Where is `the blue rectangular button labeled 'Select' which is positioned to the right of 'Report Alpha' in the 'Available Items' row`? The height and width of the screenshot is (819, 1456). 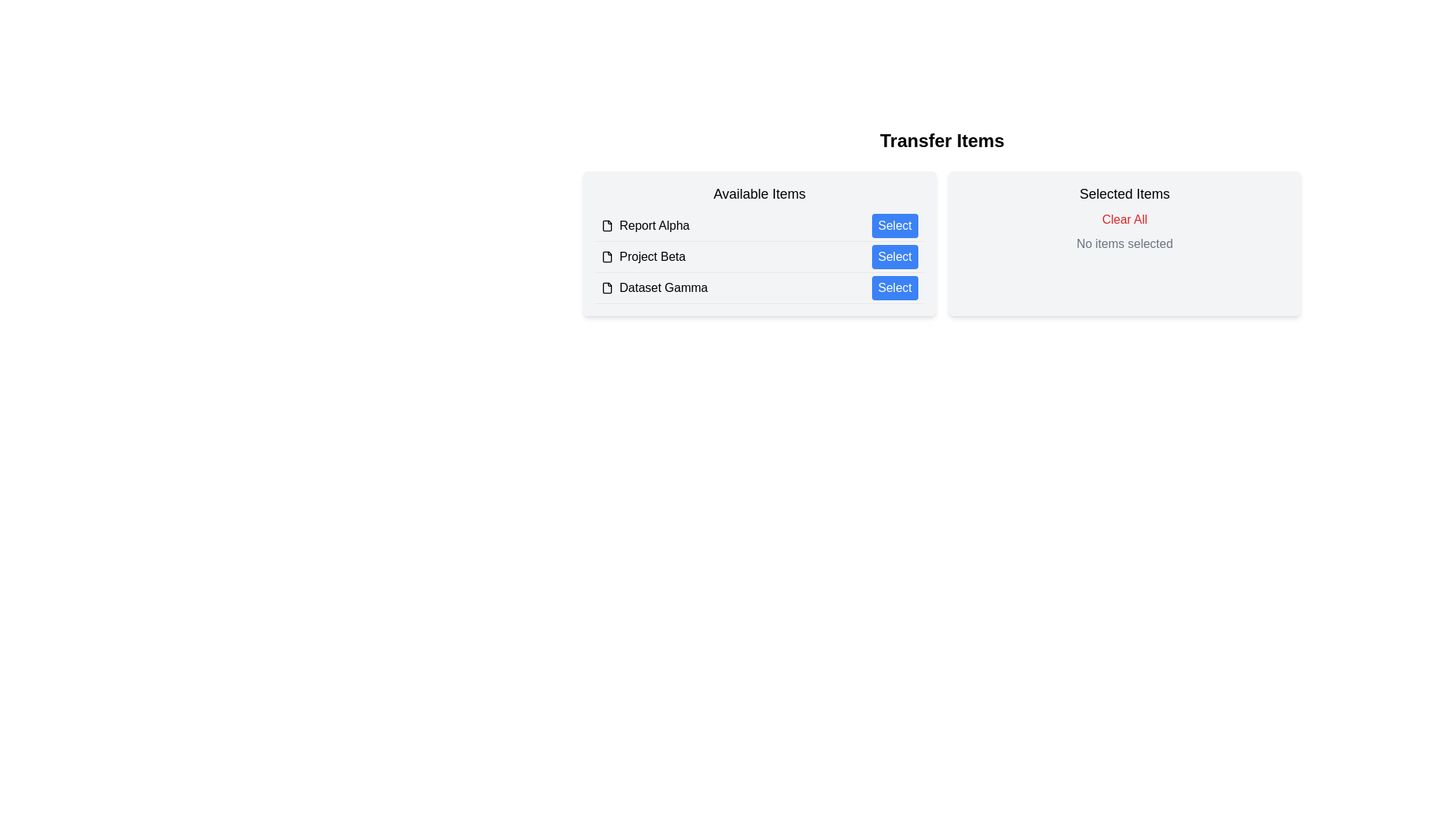 the blue rectangular button labeled 'Select' which is positioned to the right of 'Report Alpha' in the 'Available Items' row is located at coordinates (895, 225).